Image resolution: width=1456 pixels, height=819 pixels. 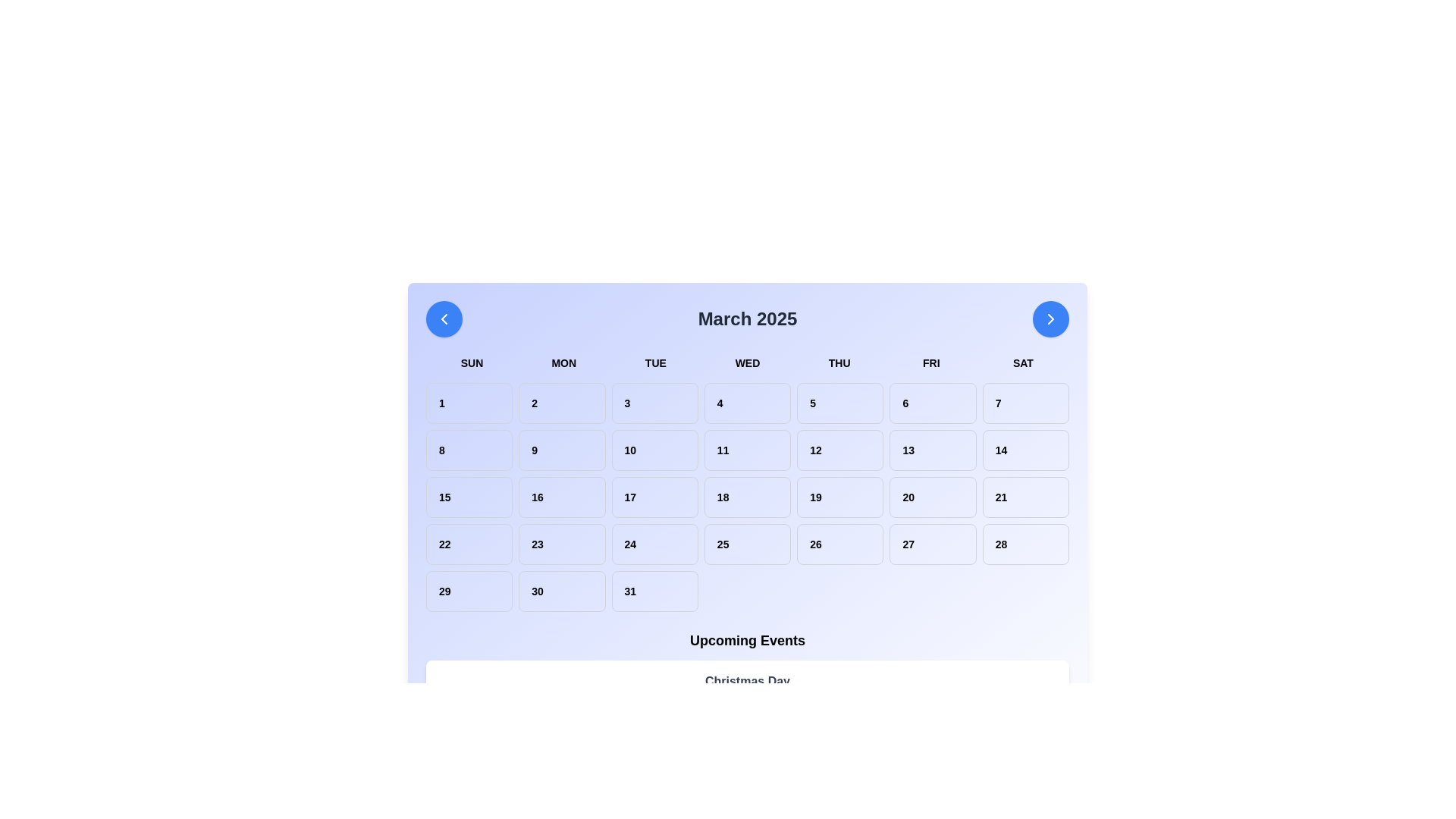 I want to click on the clickable day cell displaying the number '22' in a calendar grid, which has a light blue background and a gray border, so click(x=469, y=543).